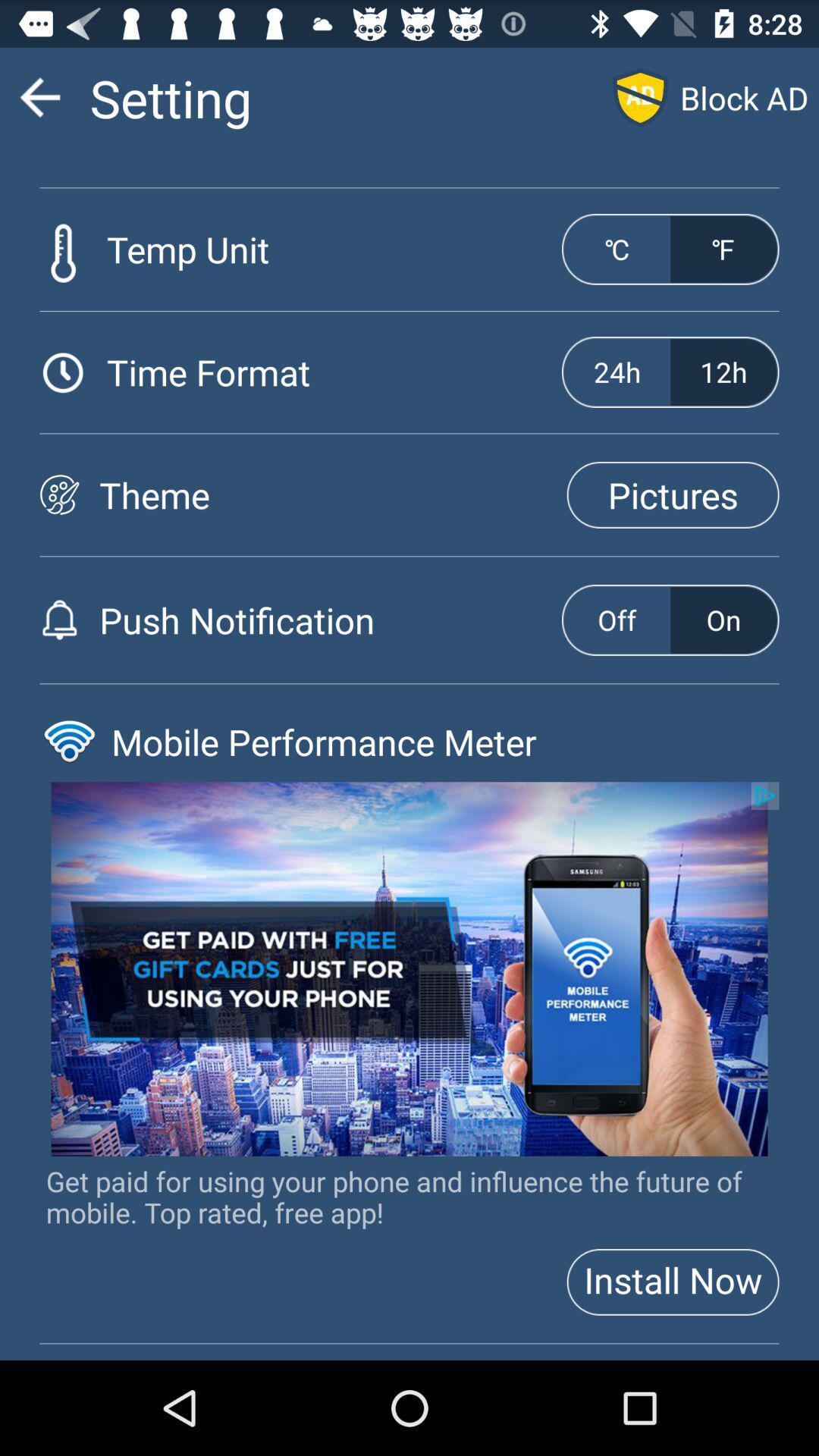 The width and height of the screenshot is (819, 1456). What do you see at coordinates (69, 793) in the screenshot?
I see `the network_wifi icon` at bounding box center [69, 793].